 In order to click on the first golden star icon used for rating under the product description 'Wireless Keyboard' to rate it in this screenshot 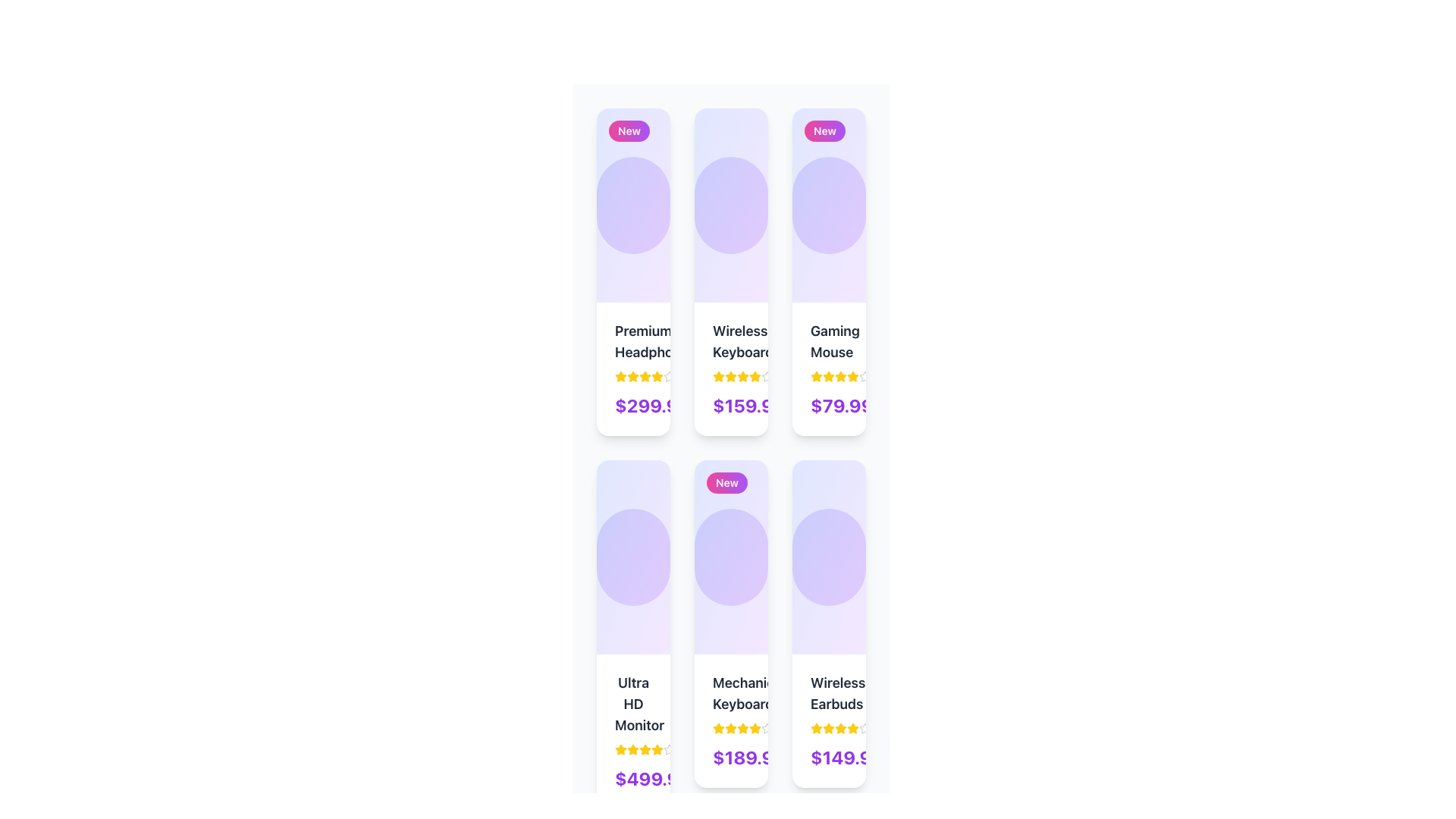, I will do `click(718, 376)`.